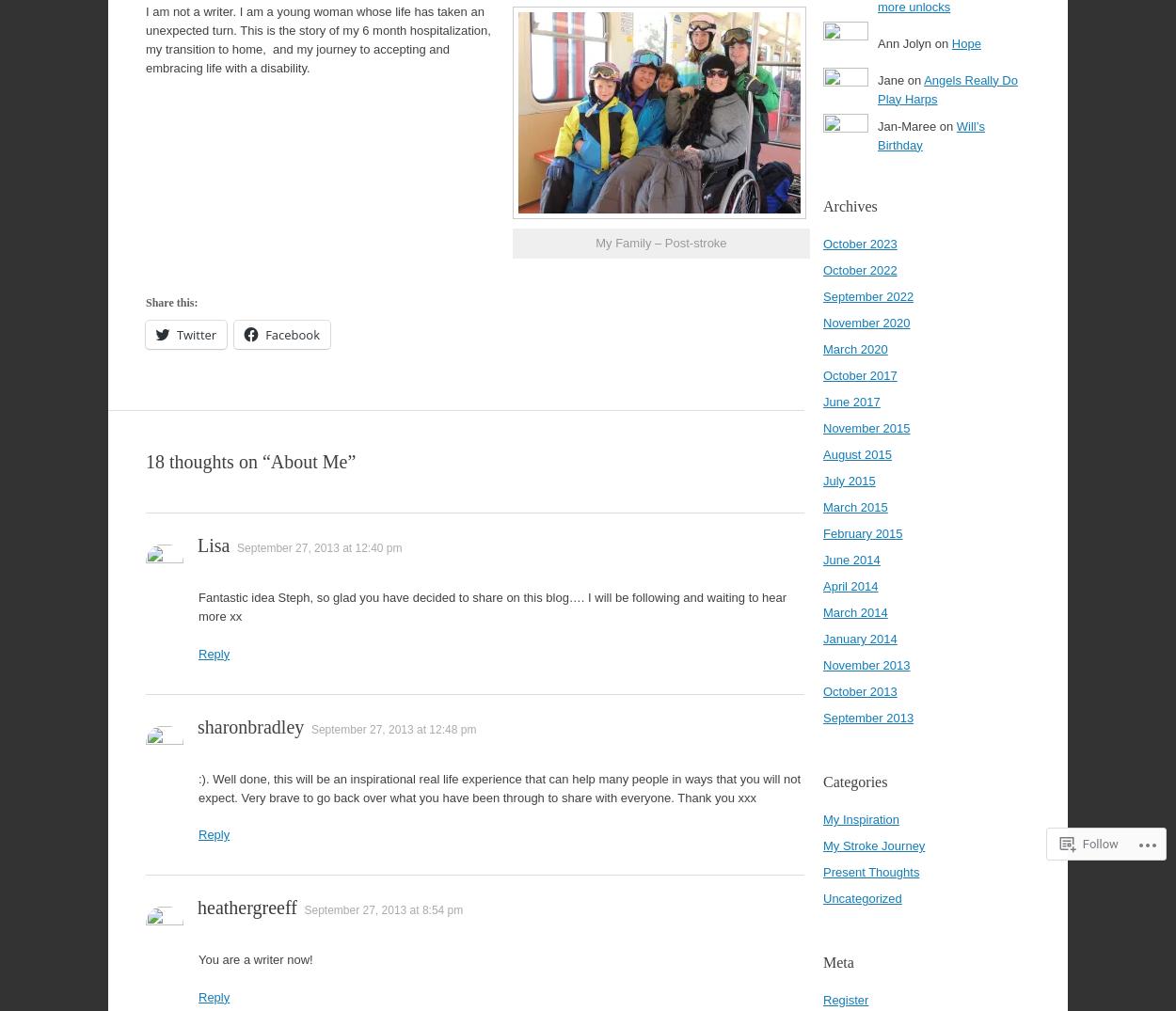  What do you see at coordinates (866, 664) in the screenshot?
I see `'November 2013'` at bounding box center [866, 664].